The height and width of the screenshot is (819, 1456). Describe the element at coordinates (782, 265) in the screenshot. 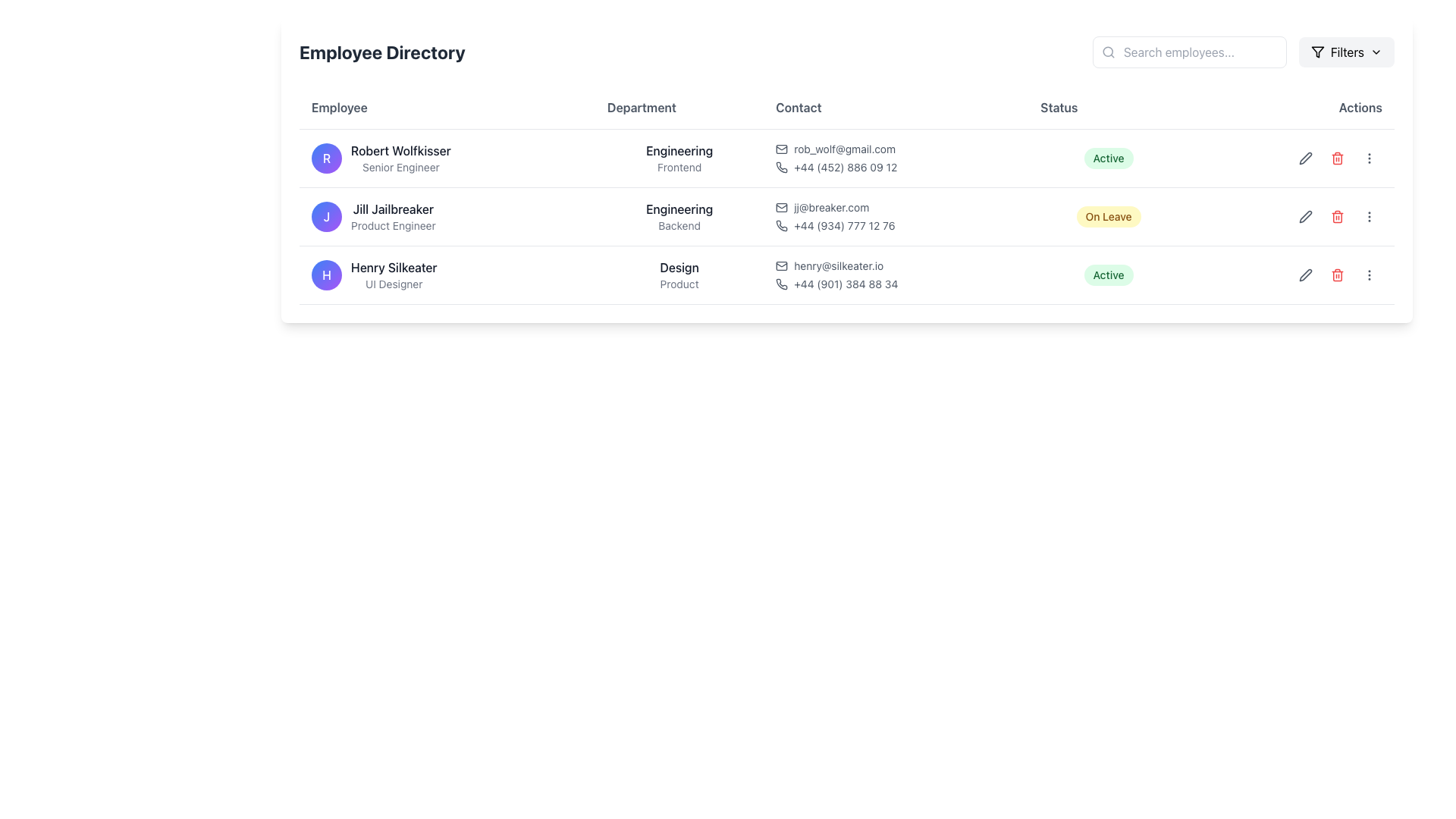

I see `the icon representing the email address for Henry Silkeater in the Contact column, located in the third row of the employee directory` at that location.